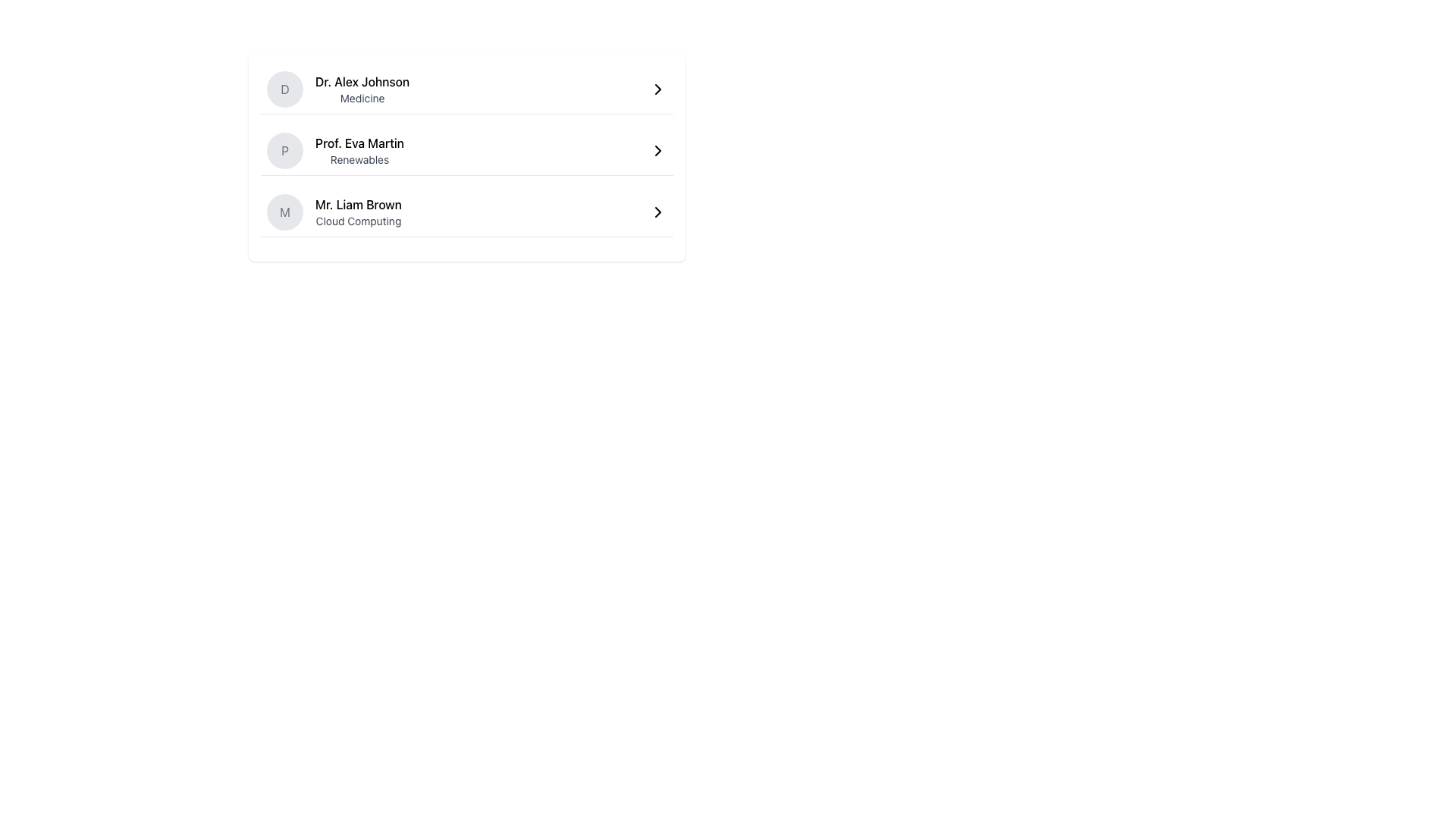 The width and height of the screenshot is (1456, 819). I want to click on the interactive list item displaying 'Prof. Eva Martin' with the subtitle 'Renewables', so click(466, 151).